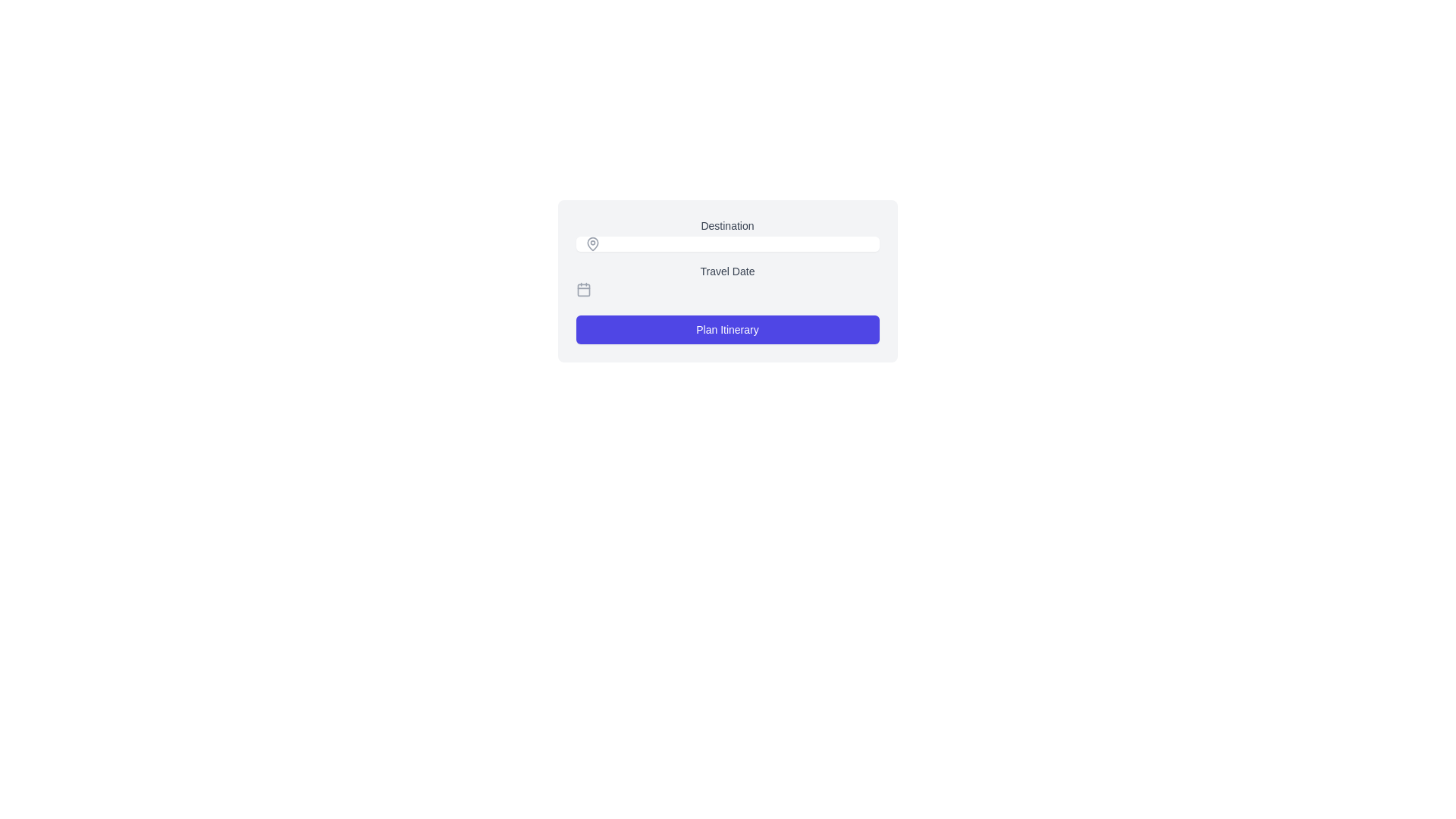  What do you see at coordinates (726, 234) in the screenshot?
I see `the 'Destination' text label which is styled with a medium font size and appears in gray color, located at the top of a form-like section` at bounding box center [726, 234].